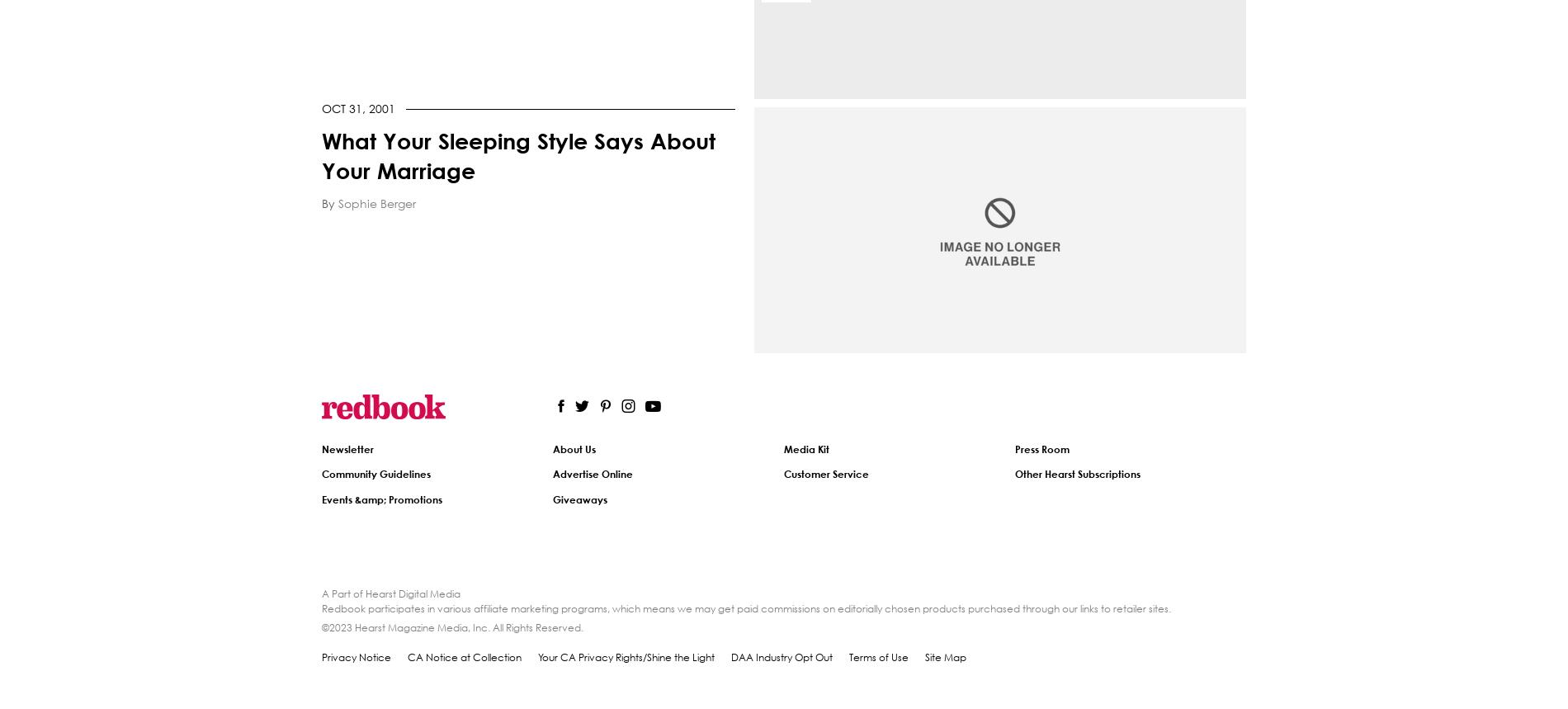 This screenshot has height=709, width=1568. Describe the element at coordinates (592, 474) in the screenshot. I see `'Advertise Online'` at that location.